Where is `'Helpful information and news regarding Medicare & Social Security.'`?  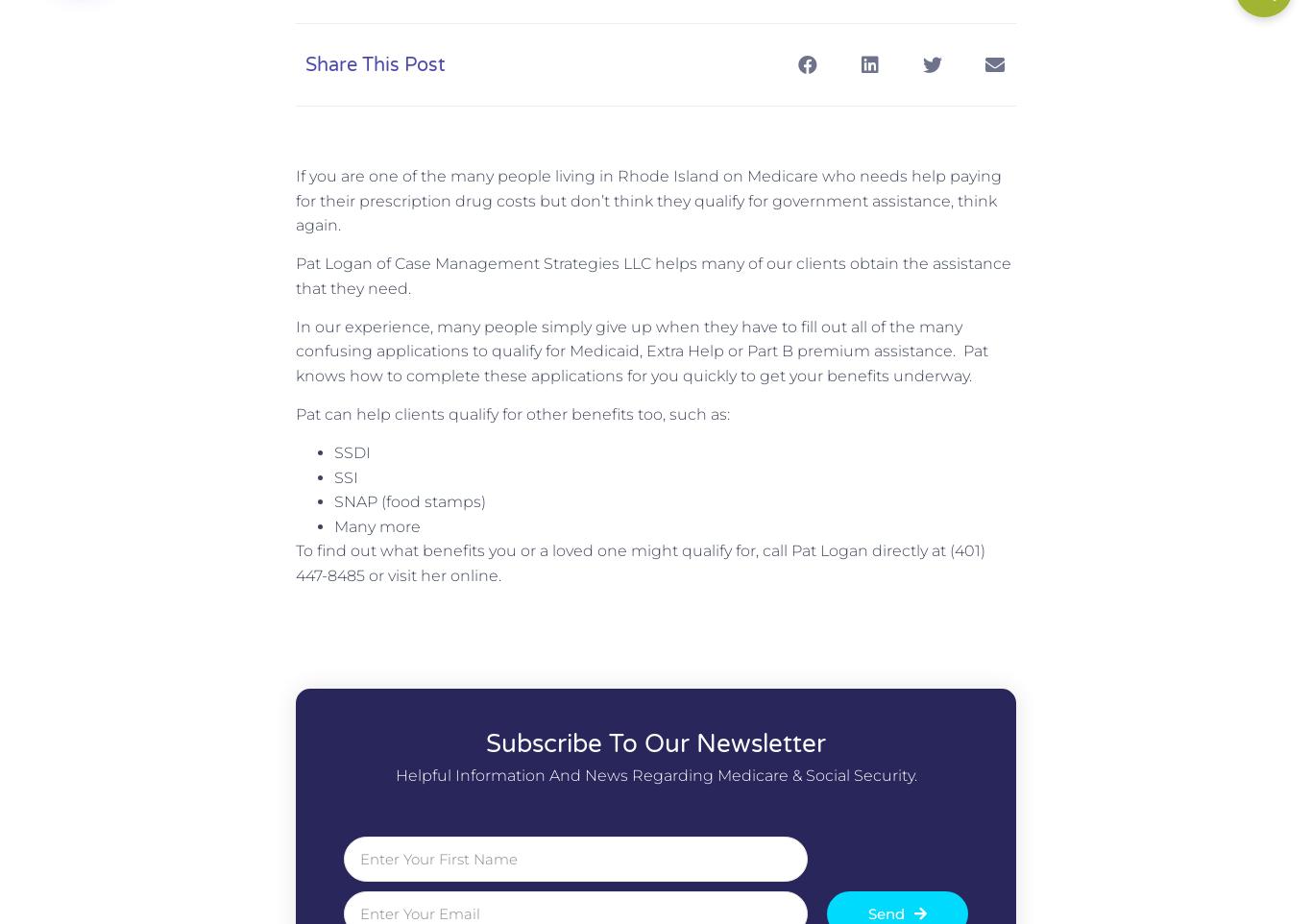
'Helpful information and news regarding Medicare & Social Security.' is located at coordinates (654, 773).